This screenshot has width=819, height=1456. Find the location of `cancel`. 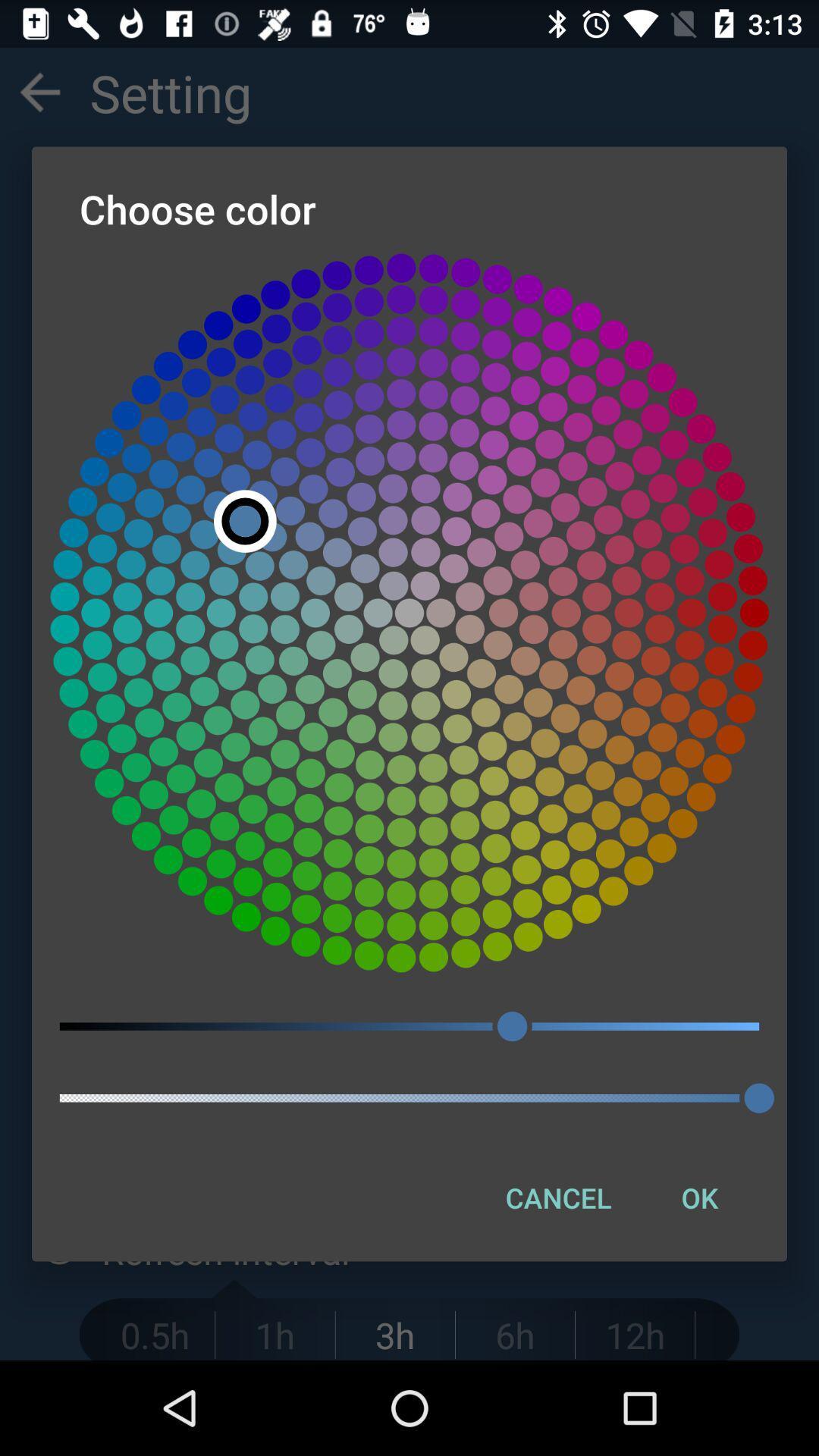

cancel is located at coordinates (558, 1197).